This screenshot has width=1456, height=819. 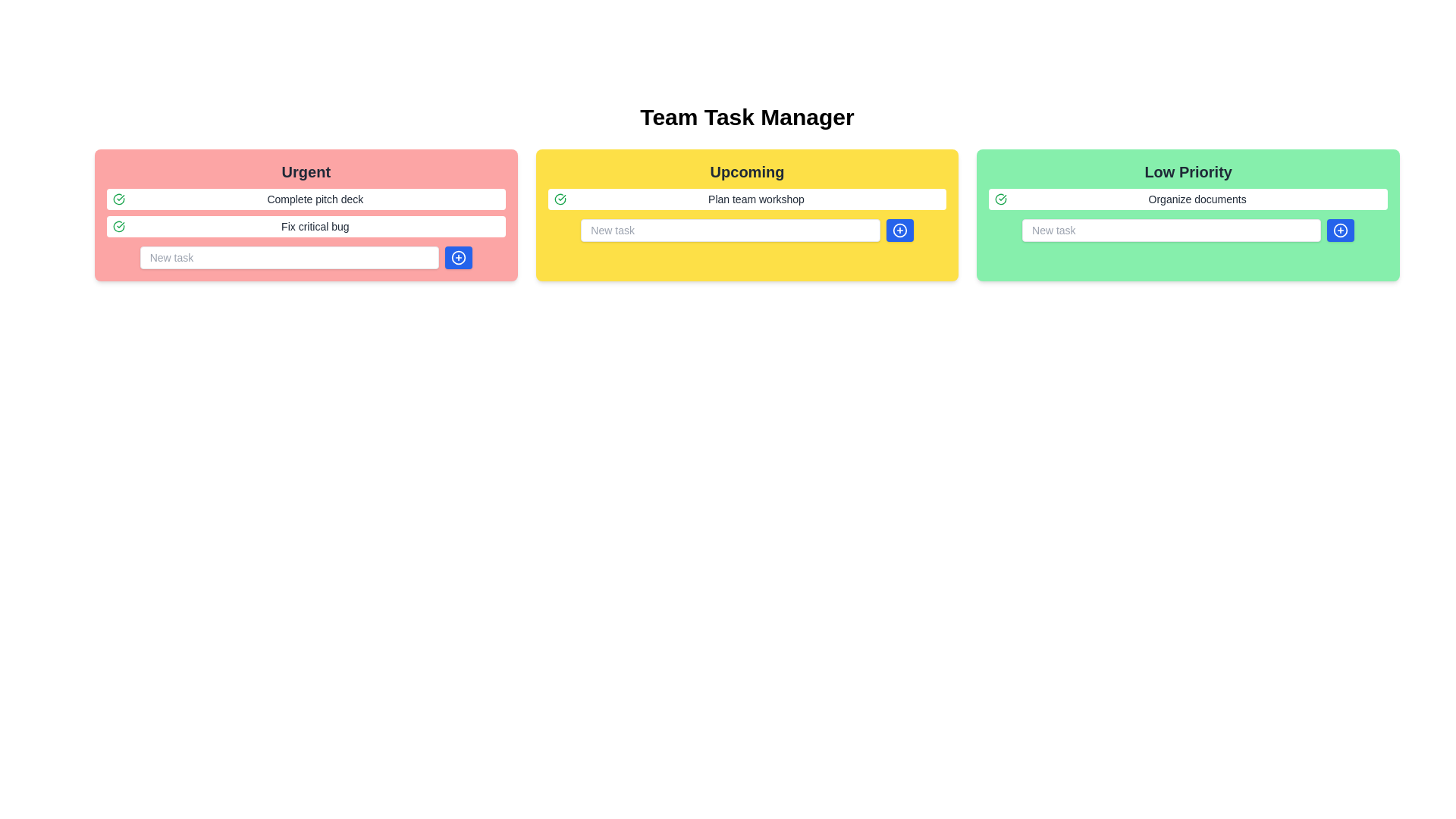 I want to click on the 'Add Task' button located on the far right of the 'Upcoming' section, so click(x=899, y=231).